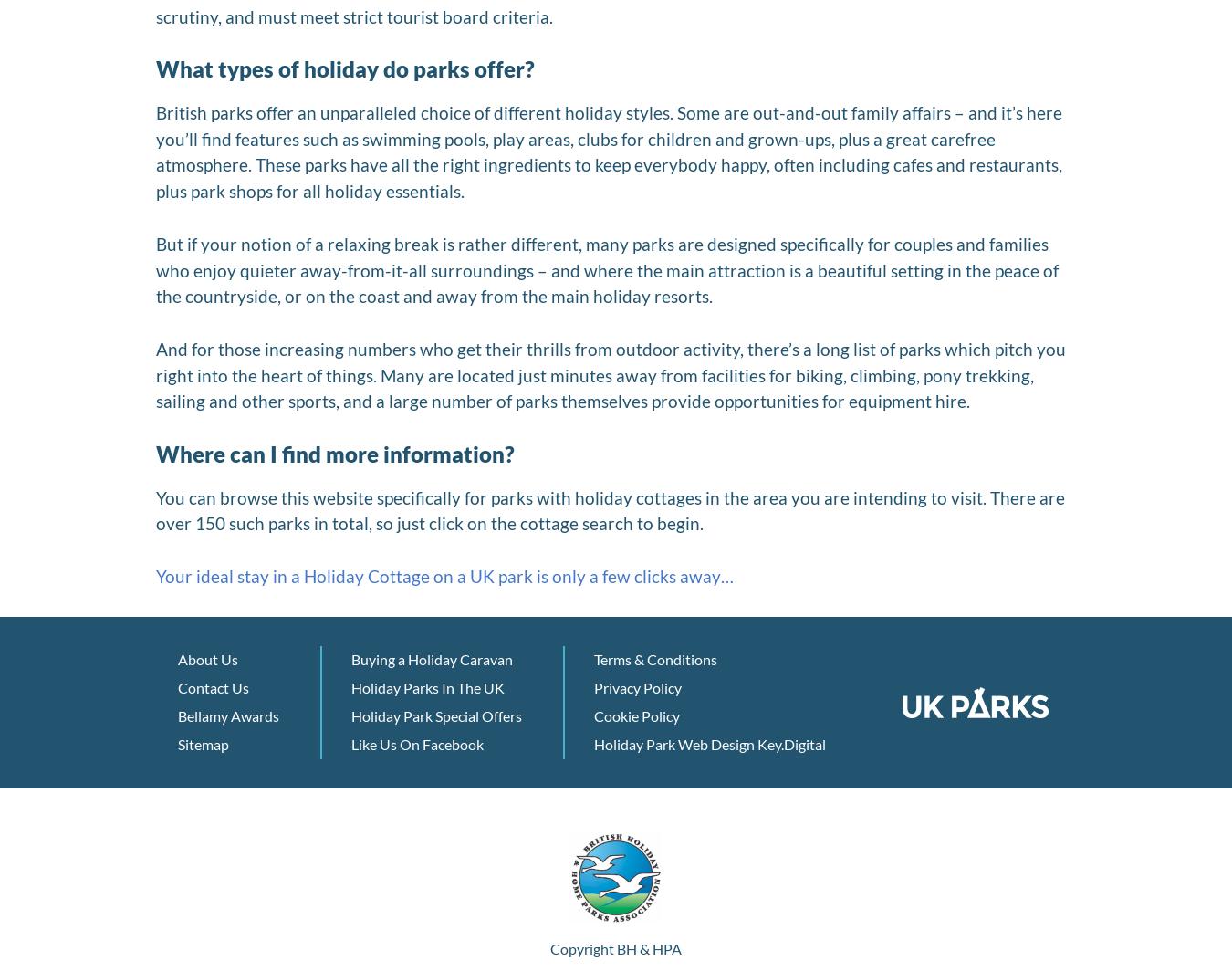  Describe the element at coordinates (444, 575) in the screenshot. I see `'Your ideal stay in a Holiday Cottage on a UK park is only a few clicks away…'` at that location.